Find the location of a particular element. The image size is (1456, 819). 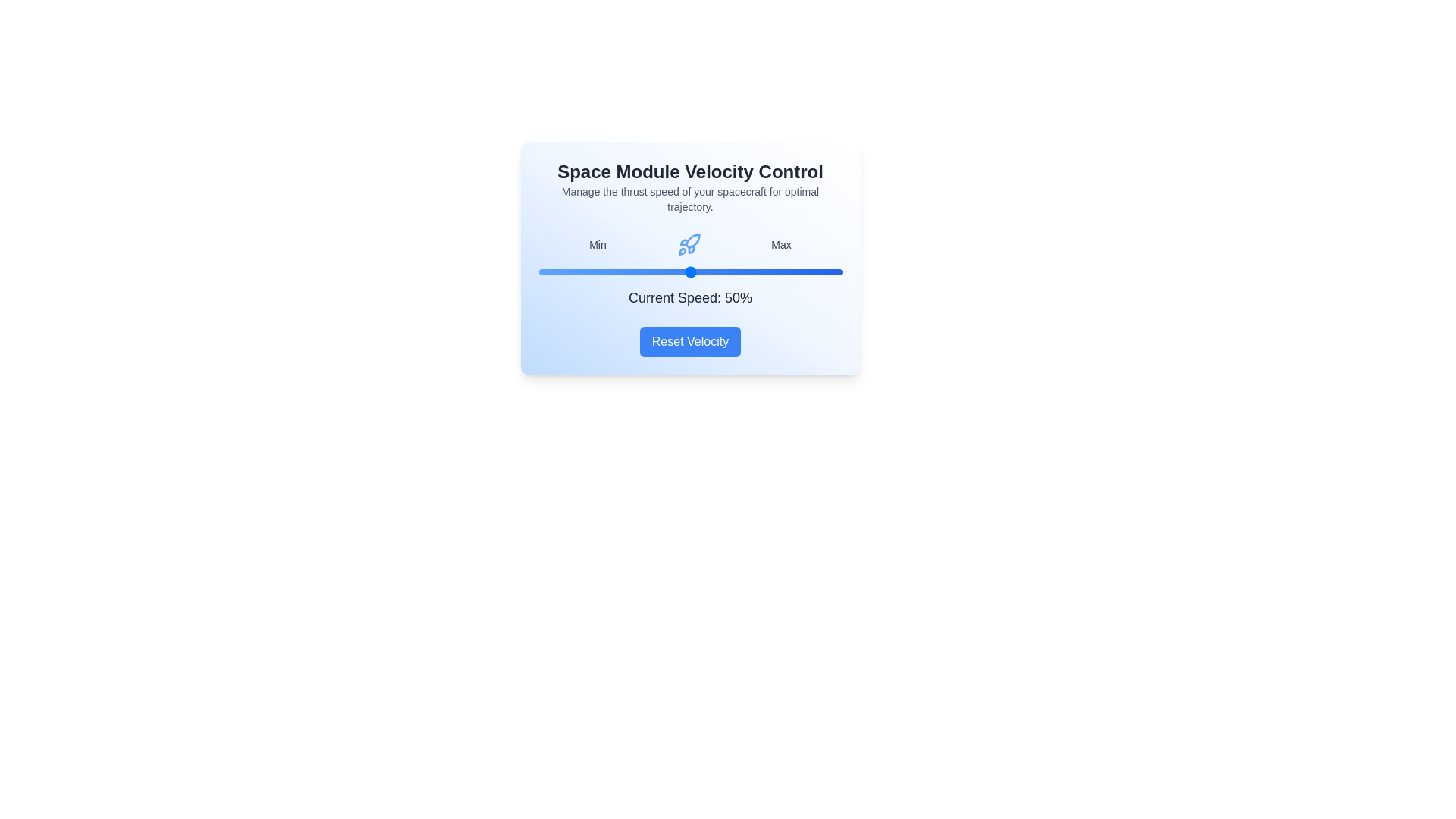

'Reset Velocity' button to reset the speed to its default value is located at coordinates (689, 342).